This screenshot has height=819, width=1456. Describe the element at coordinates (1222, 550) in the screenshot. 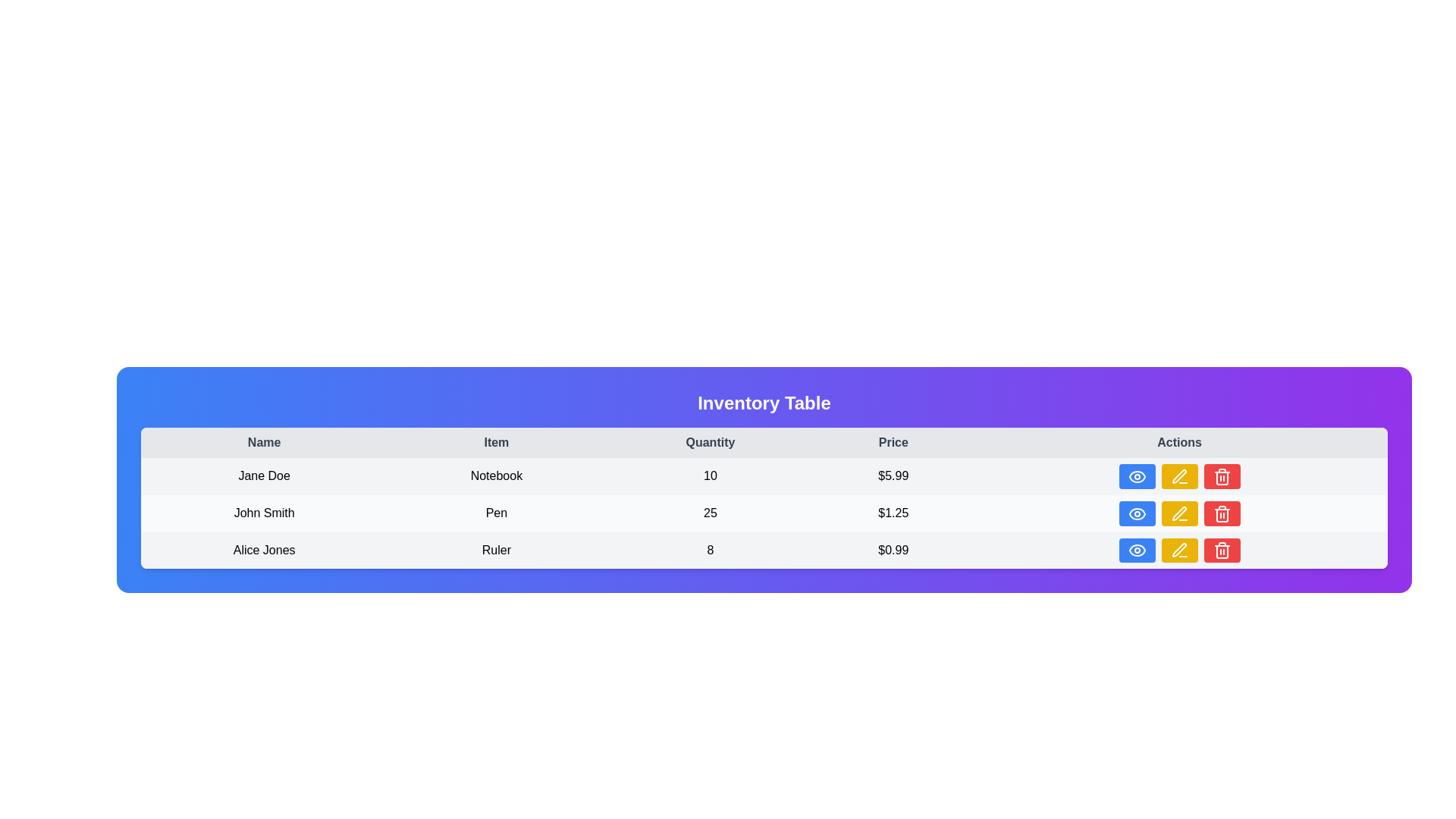

I see `the red delete button with a white trash can icon located under the 'Actions' column in the table` at that location.